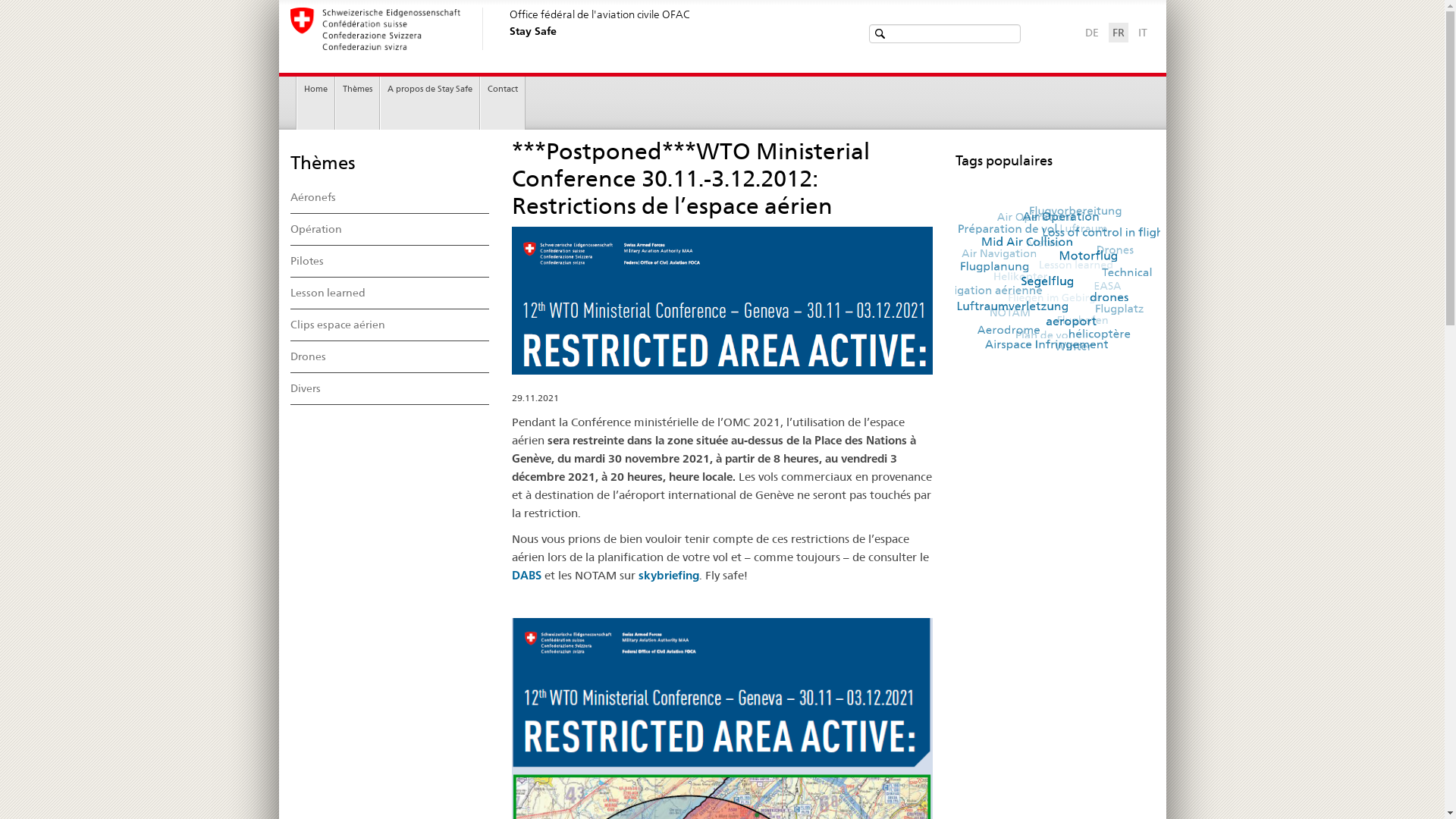  What do you see at coordinates (1117, 32) in the screenshot?
I see `'FR'` at bounding box center [1117, 32].